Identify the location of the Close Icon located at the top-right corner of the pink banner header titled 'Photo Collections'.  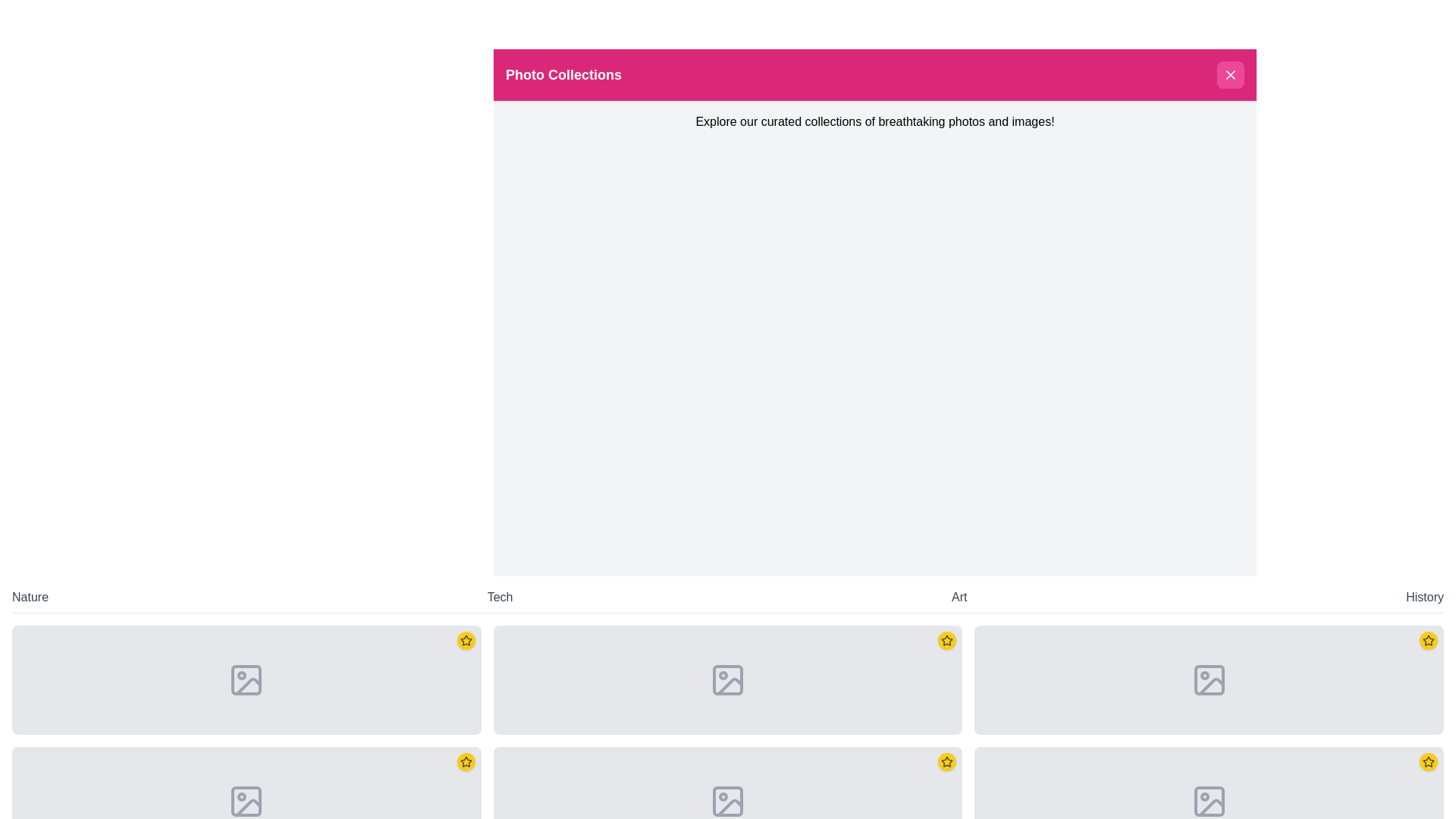
(1230, 75).